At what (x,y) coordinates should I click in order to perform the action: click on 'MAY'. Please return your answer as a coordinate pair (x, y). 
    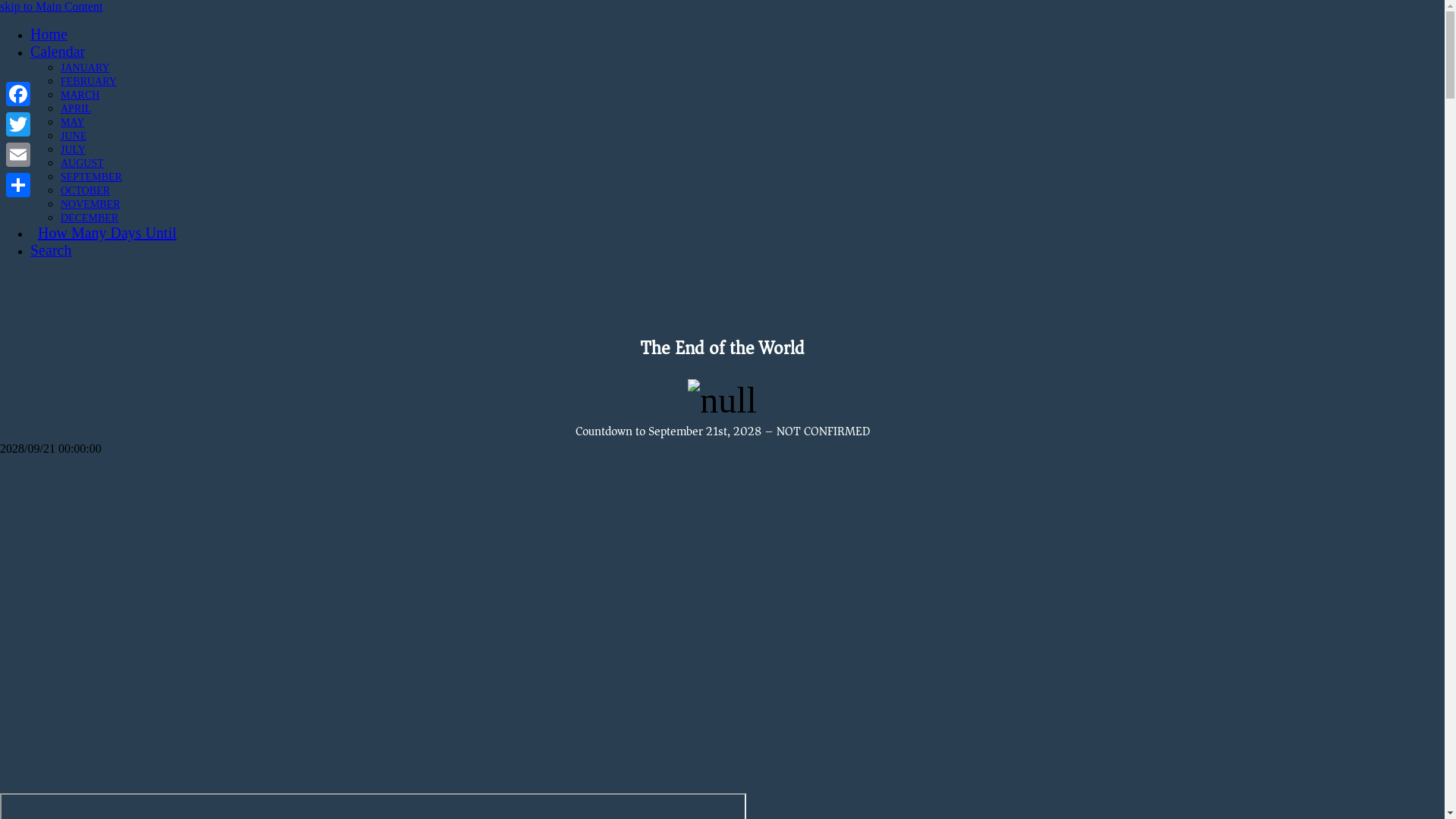
    Looking at the image, I should click on (71, 121).